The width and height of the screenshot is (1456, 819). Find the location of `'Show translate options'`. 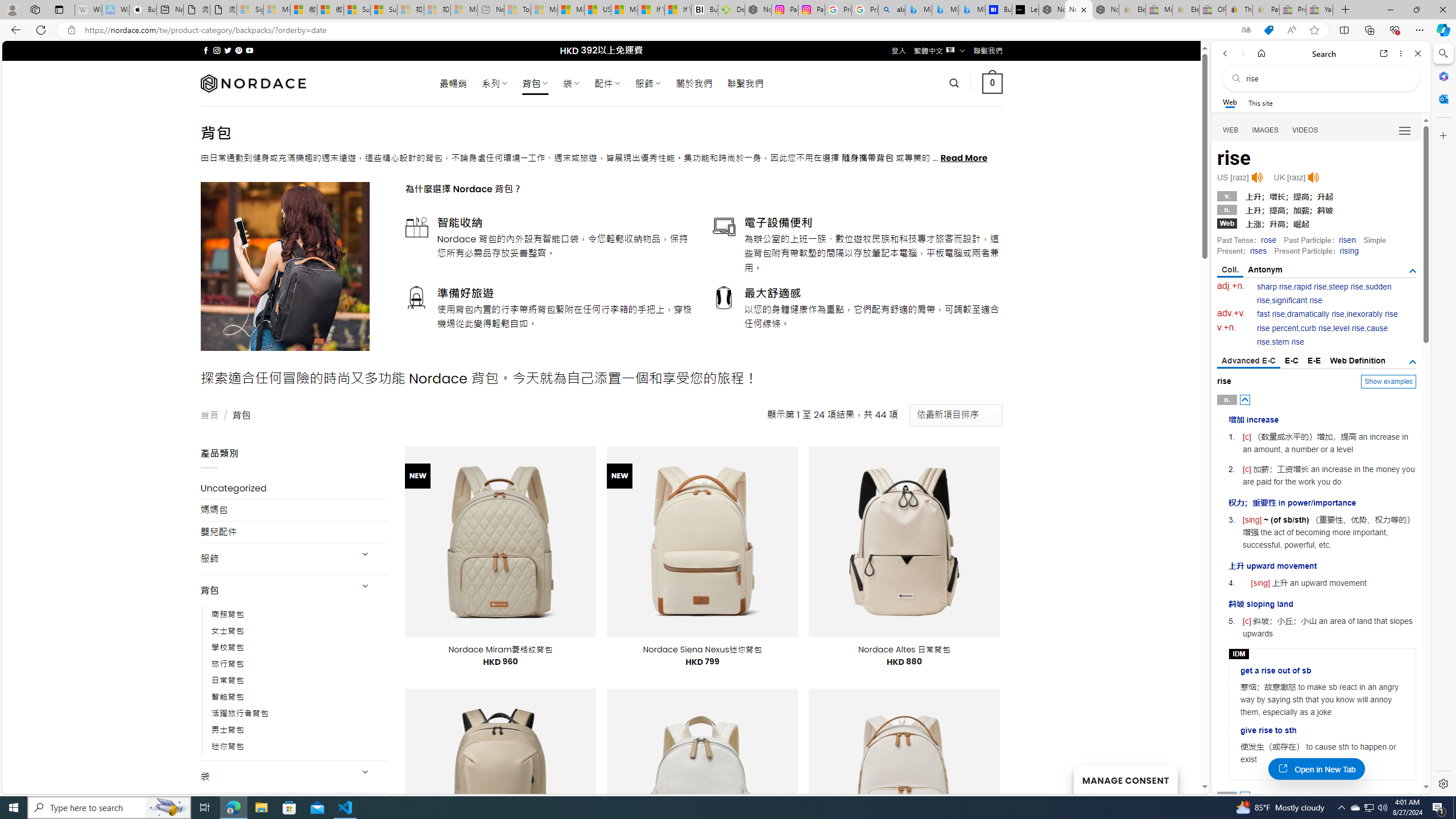

'Show translate options' is located at coordinates (1246, 30).